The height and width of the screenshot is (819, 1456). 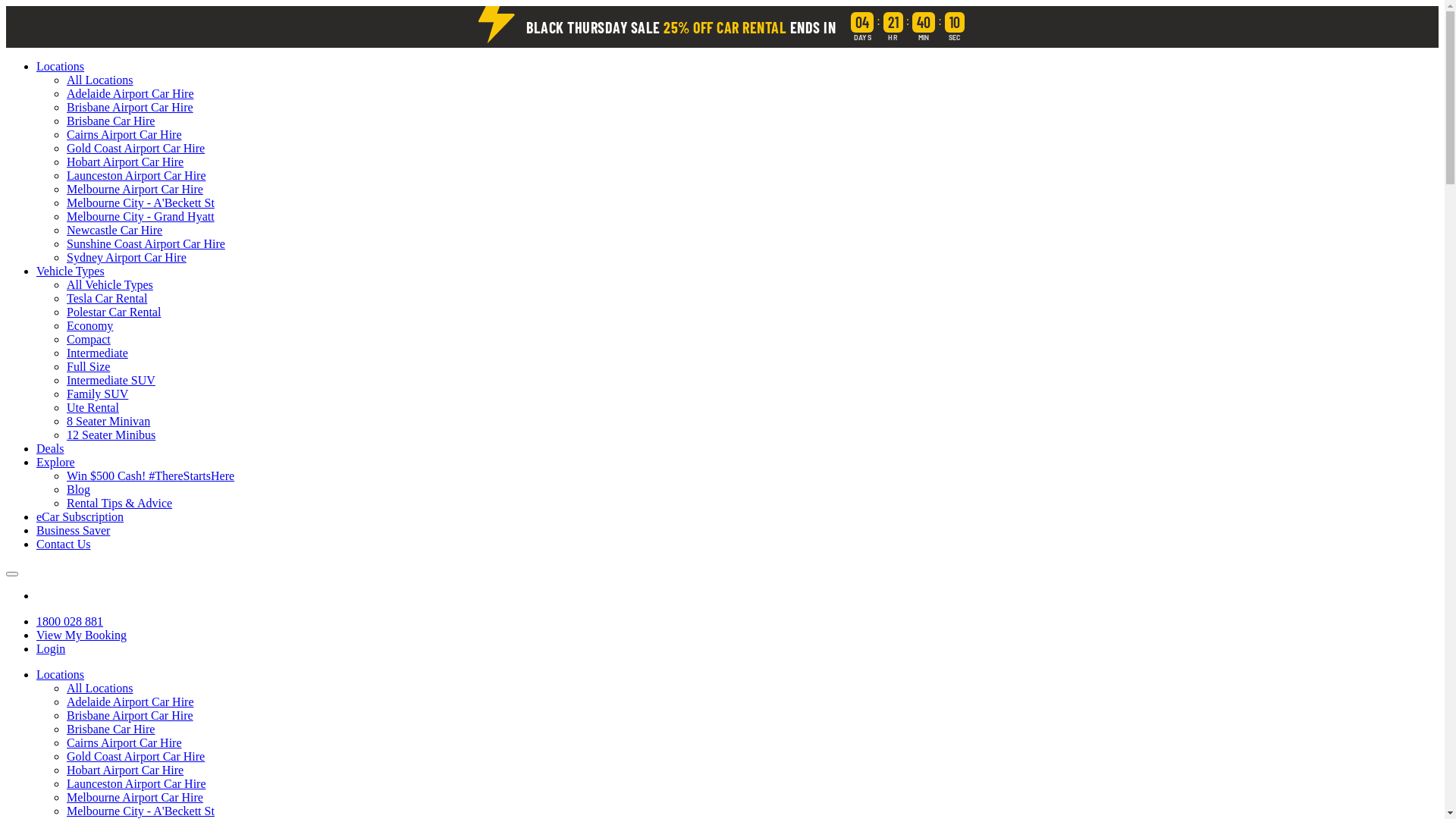 What do you see at coordinates (135, 148) in the screenshot?
I see `'Gold Coast Airport Car Hire'` at bounding box center [135, 148].